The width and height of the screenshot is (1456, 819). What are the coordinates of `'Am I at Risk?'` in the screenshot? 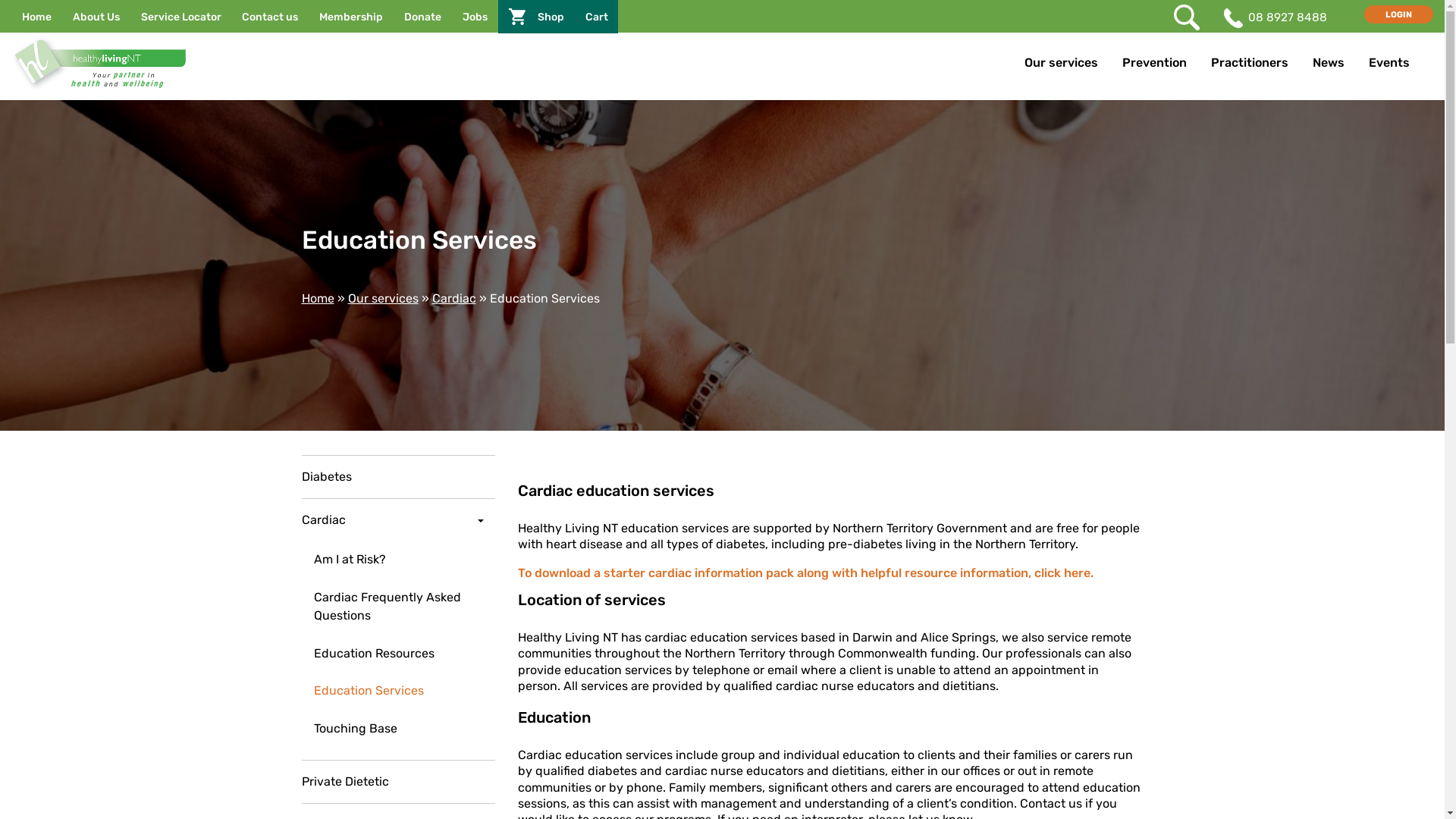 It's located at (398, 560).